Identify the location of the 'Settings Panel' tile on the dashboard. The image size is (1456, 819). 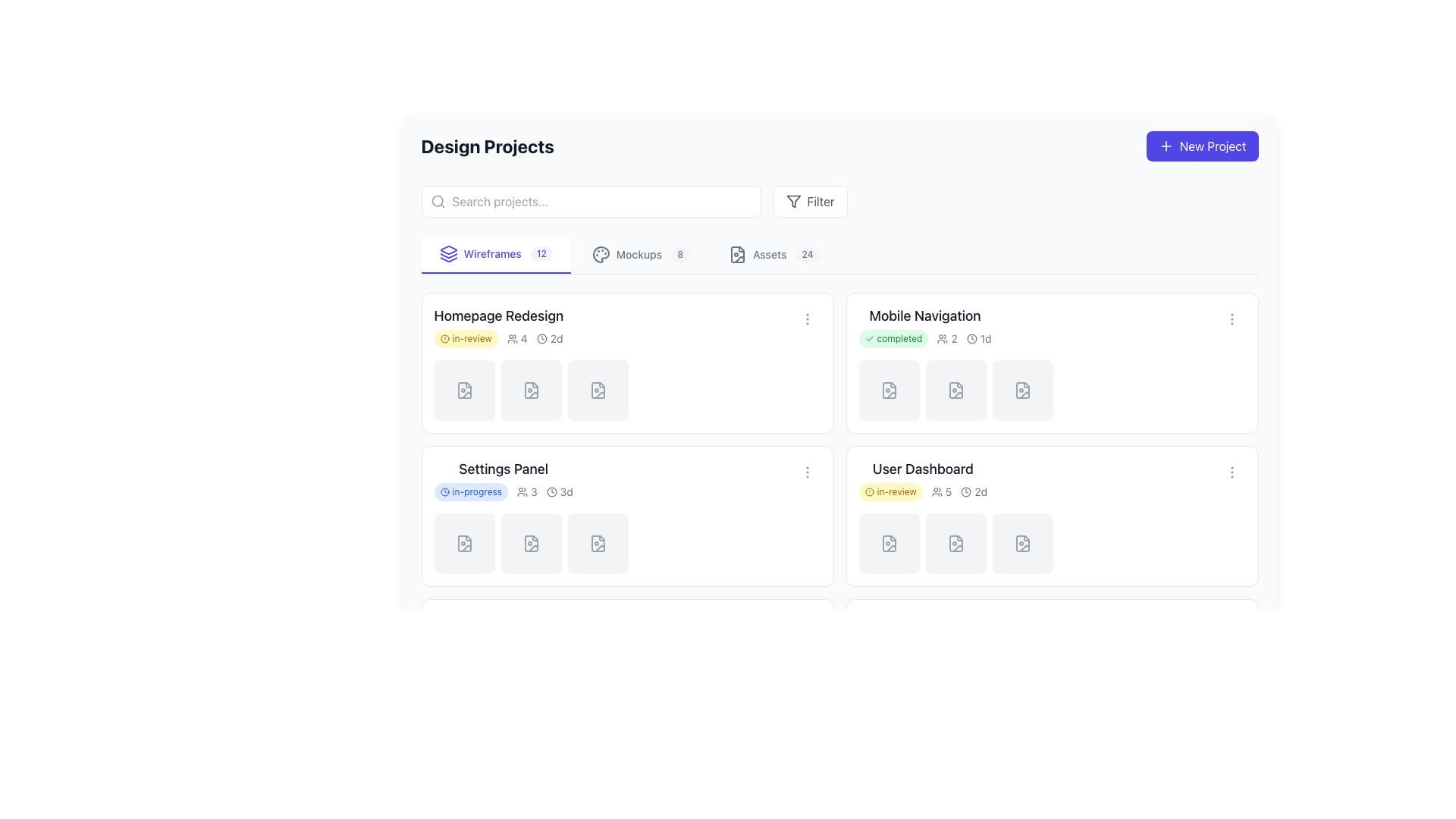
(627, 516).